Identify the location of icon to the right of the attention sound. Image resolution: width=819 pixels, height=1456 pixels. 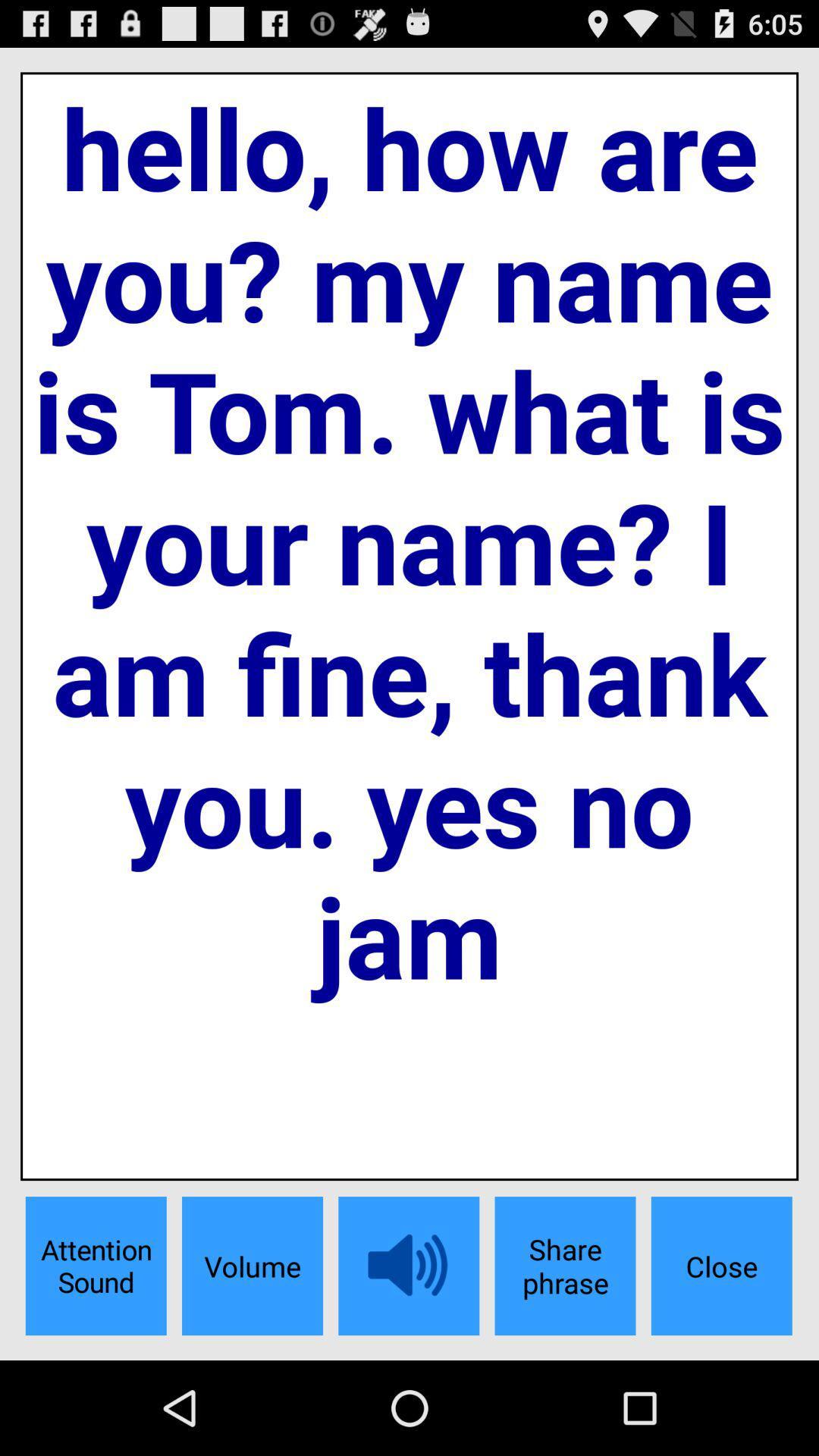
(251, 1266).